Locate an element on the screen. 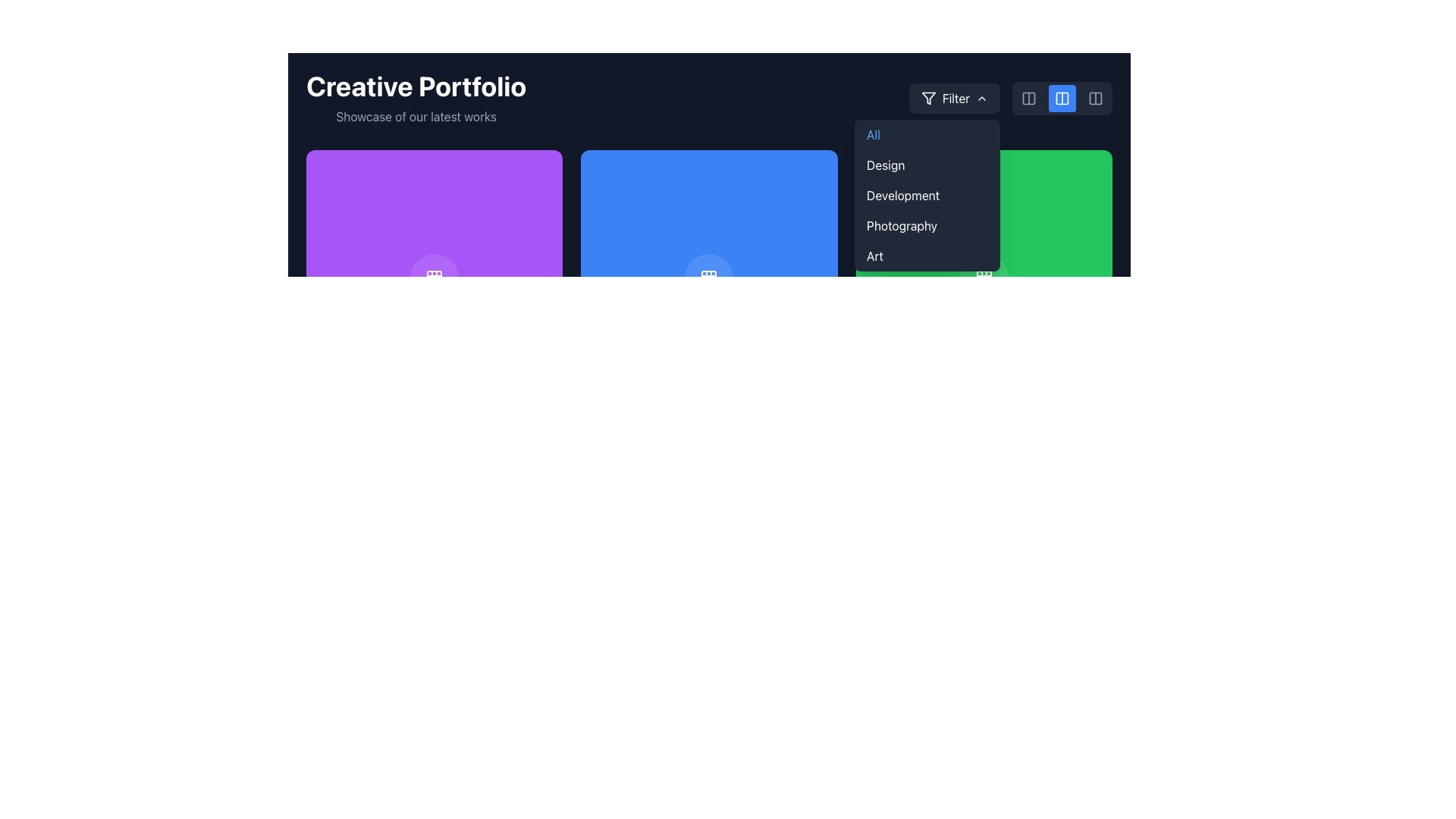 The width and height of the screenshot is (1456, 819). the square button with a dark blue background and a light gray icon resembling two vertical columns is located at coordinates (1095, 99).